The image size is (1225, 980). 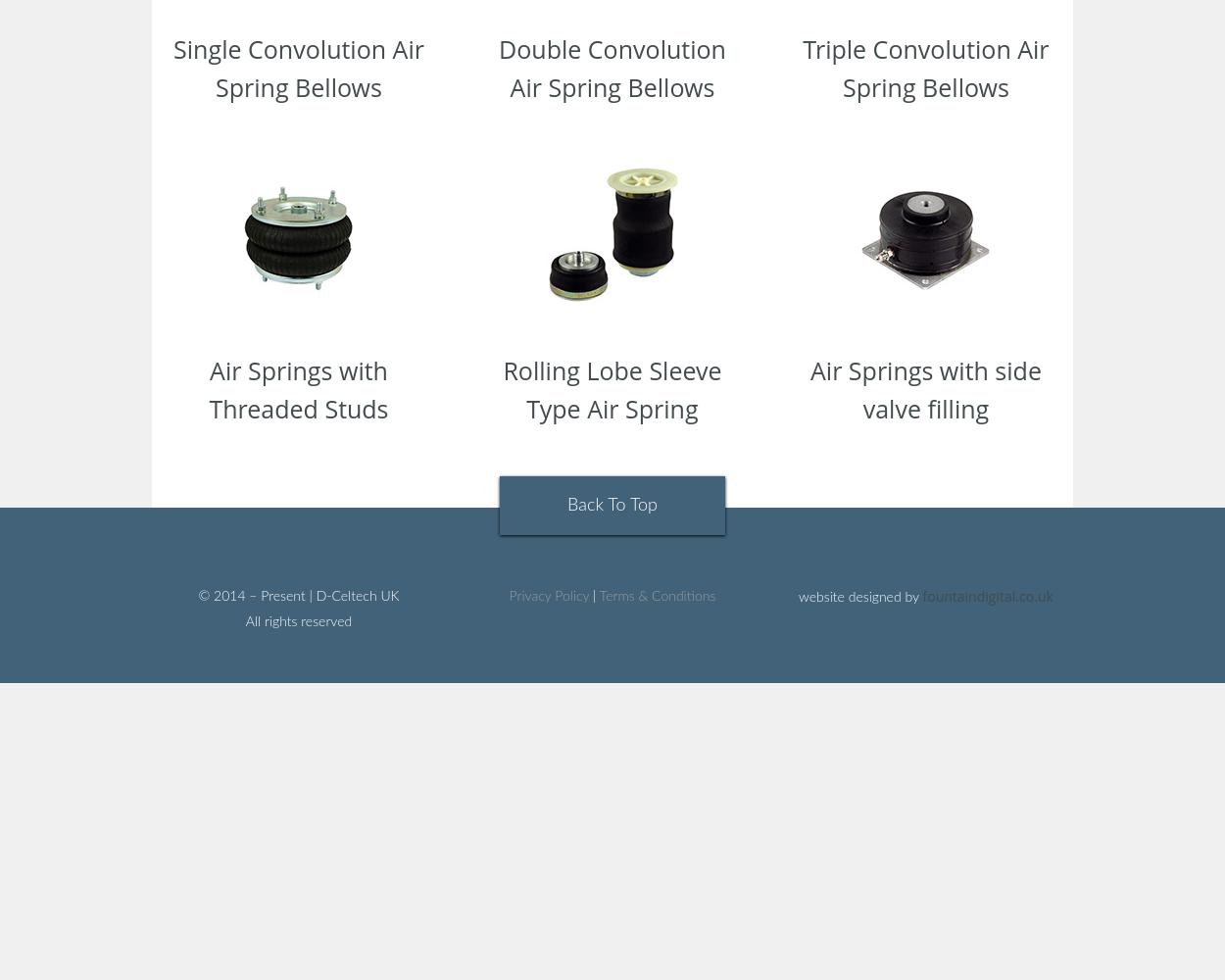 What do you see at coordinates (298, 596) in the screenshot?
I see `'© 2014 – Present | D-Celtech UK'` at bounding box center [298, 596].